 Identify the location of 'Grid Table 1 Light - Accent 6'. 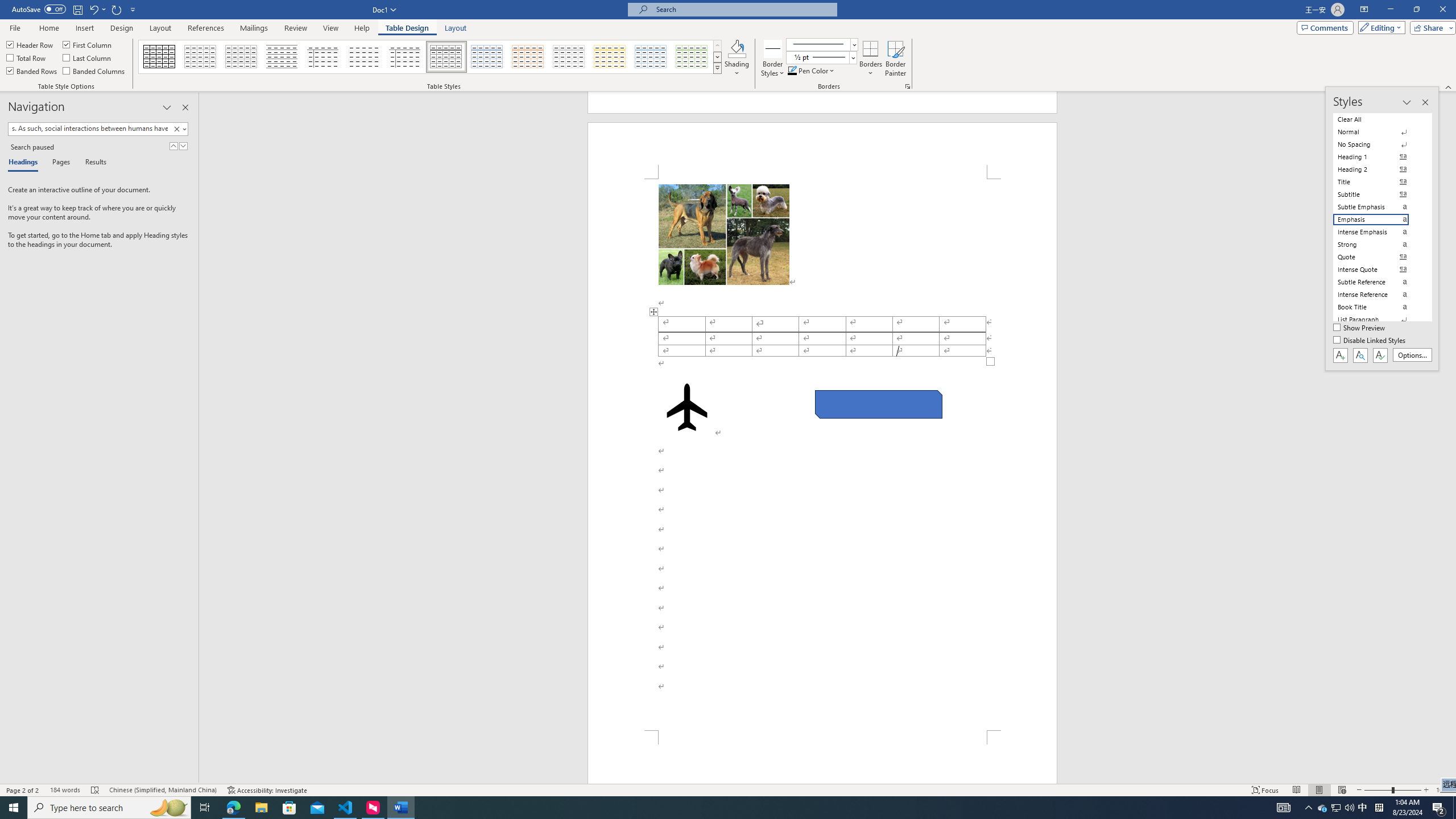
(691, 56).